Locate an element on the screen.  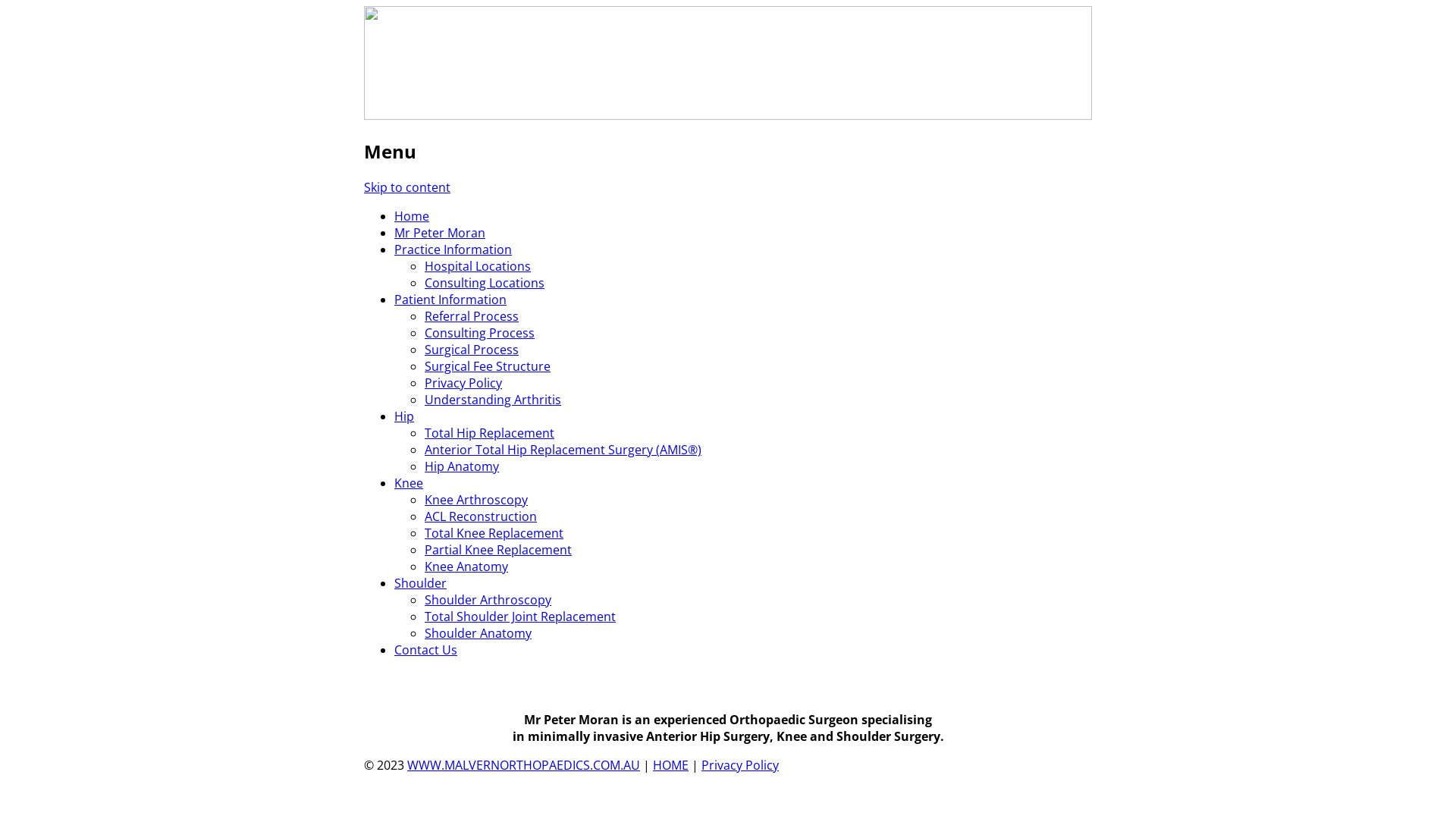
'Shoulder' is located at coordinates (420, 582).